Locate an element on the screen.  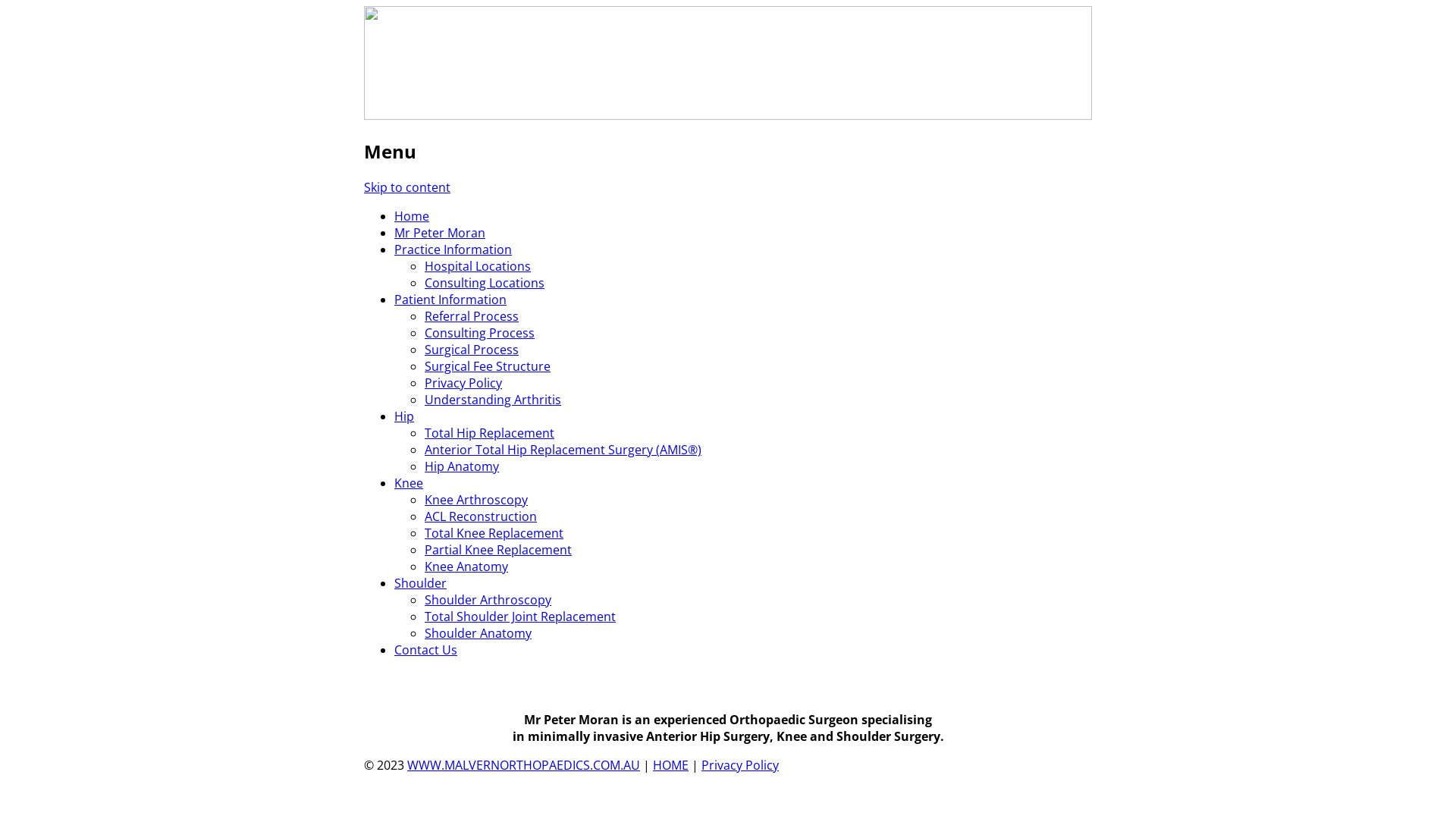
'Shoulder' is located at coordinates (420, 582).